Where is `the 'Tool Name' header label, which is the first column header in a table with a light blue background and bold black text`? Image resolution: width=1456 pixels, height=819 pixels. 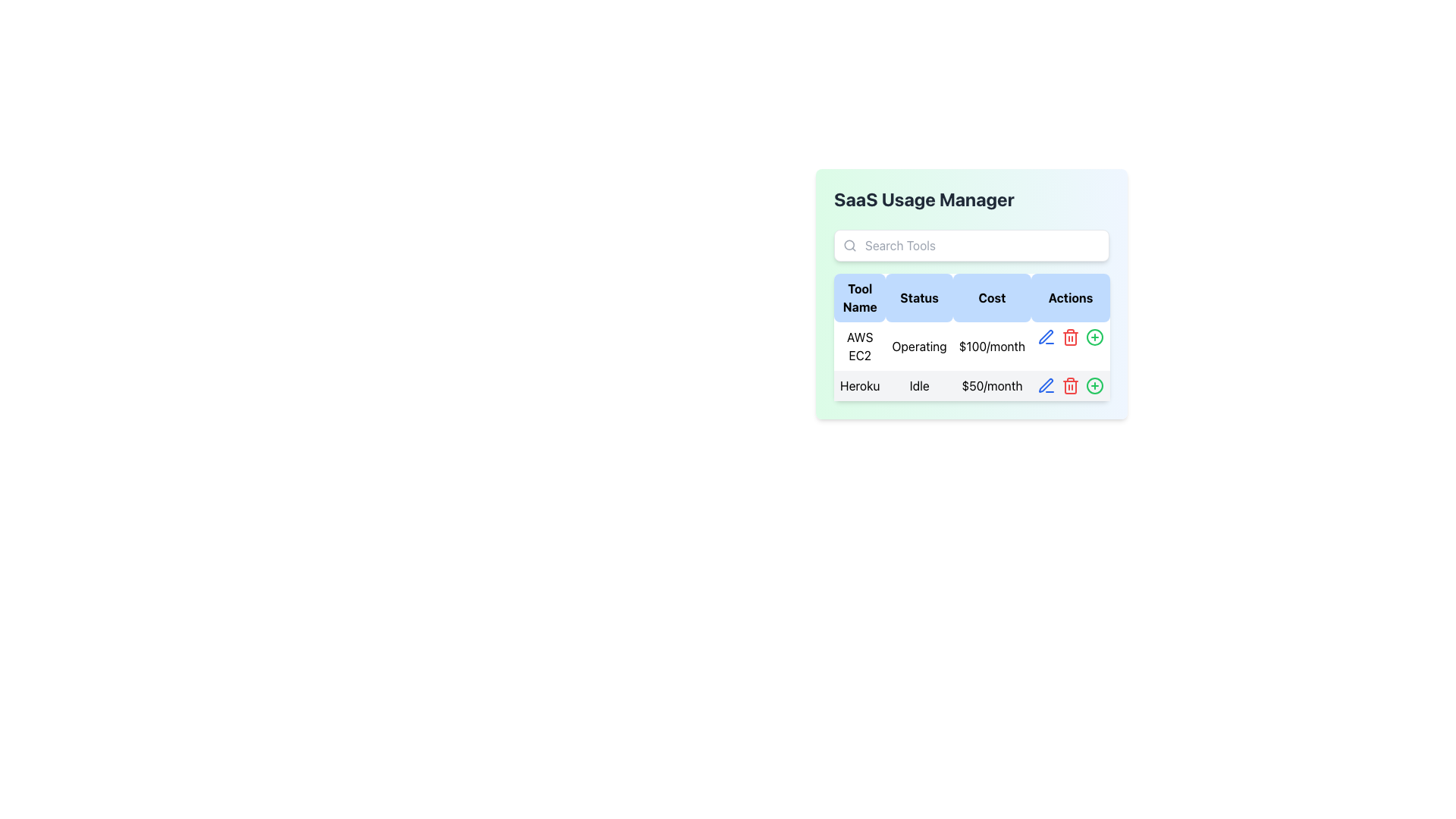
the 'Tool Name' header label, which is the first column header in a table with a light blue background and bold black text is located at coordinates (860, 298).